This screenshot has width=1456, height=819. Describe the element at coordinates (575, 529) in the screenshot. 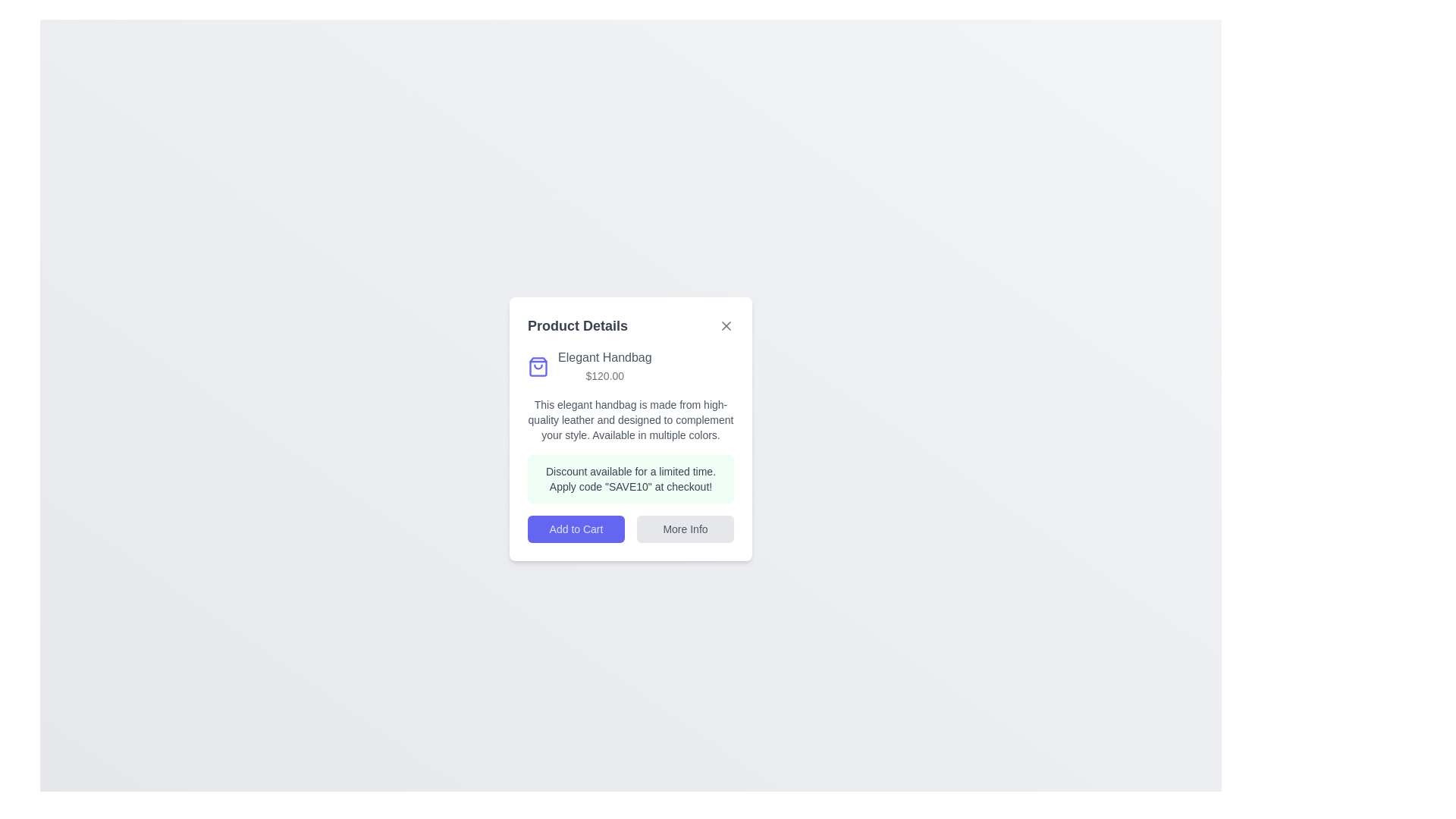

I see `the 'Add to Cart' button, which is a bright indigo rectangular button with rounded corners located at the bottom of the modal box` at that location.